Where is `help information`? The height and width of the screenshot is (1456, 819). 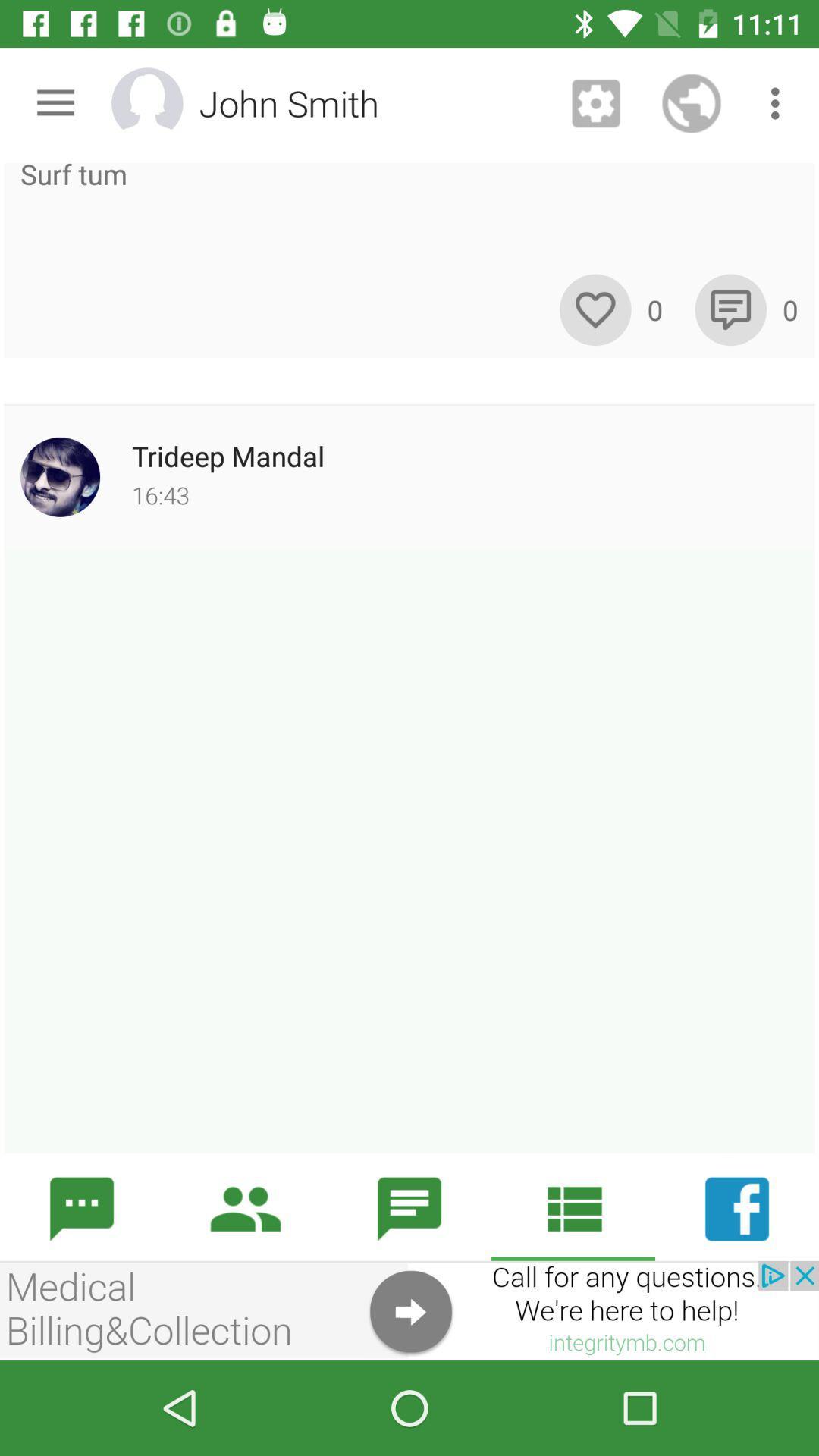 help information is located at coordinates (409, 1310).